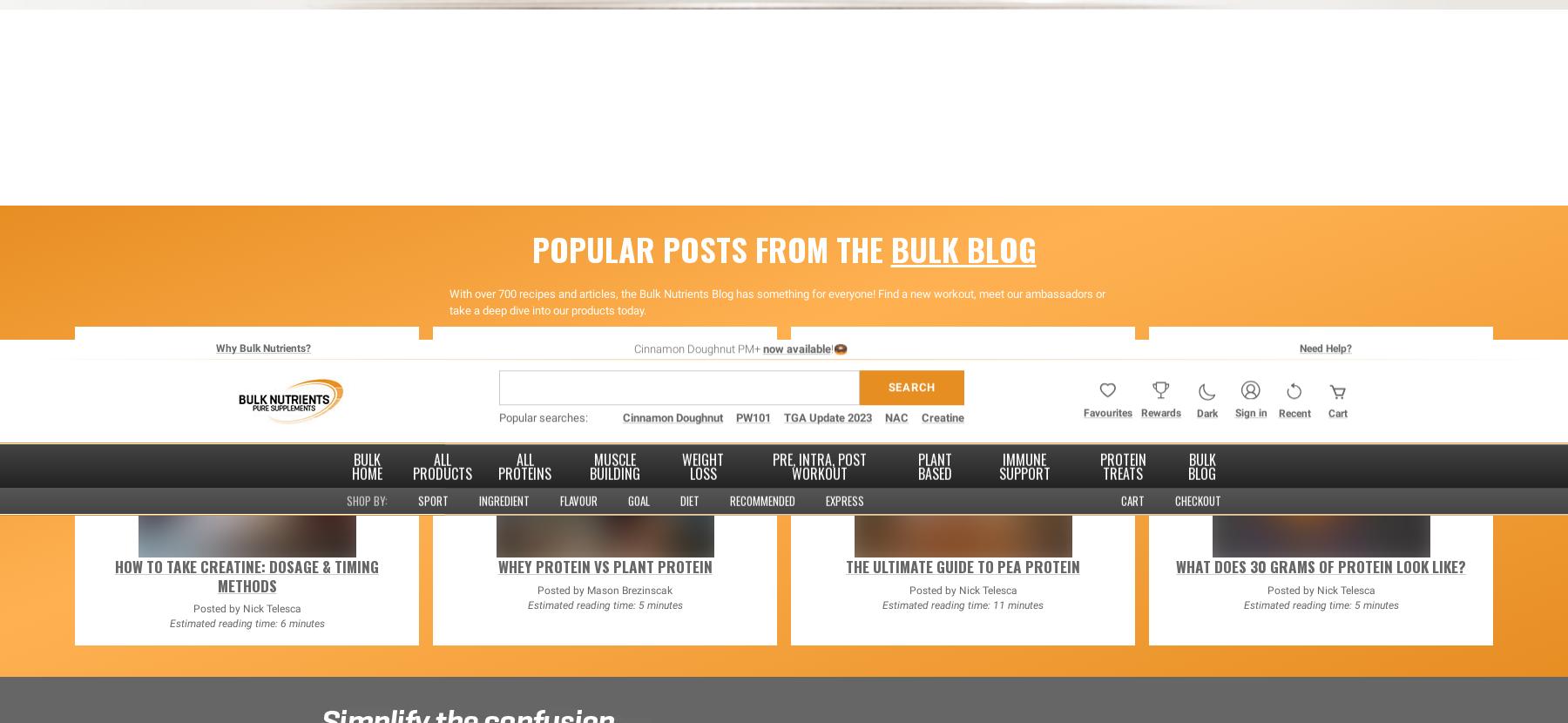 The width and height of the screenshot is (1568, 723). I want to click on 'Motivation Resources', so click(1064, 81).